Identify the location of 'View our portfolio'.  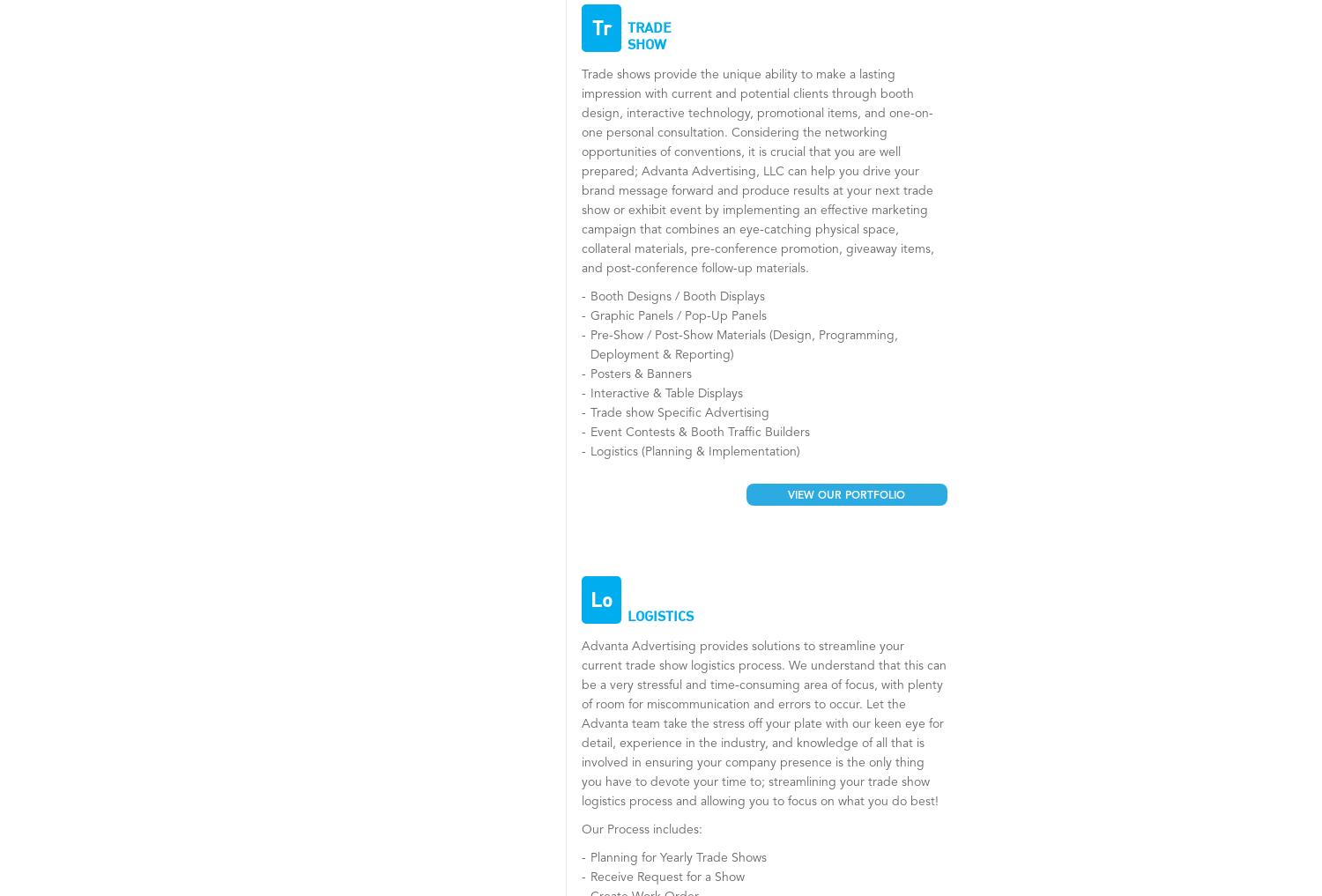
(845, 496).